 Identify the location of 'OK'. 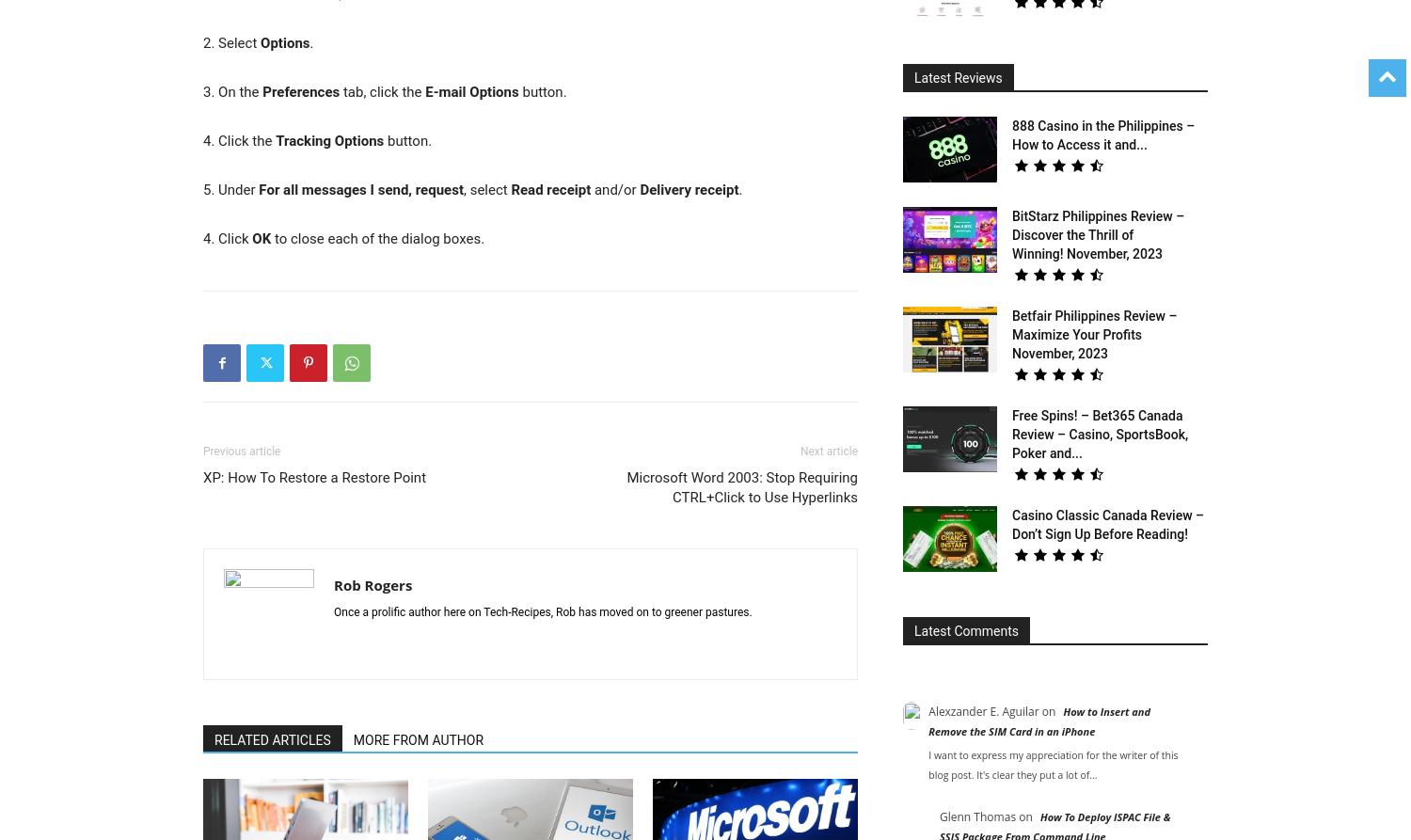
(261, 237).